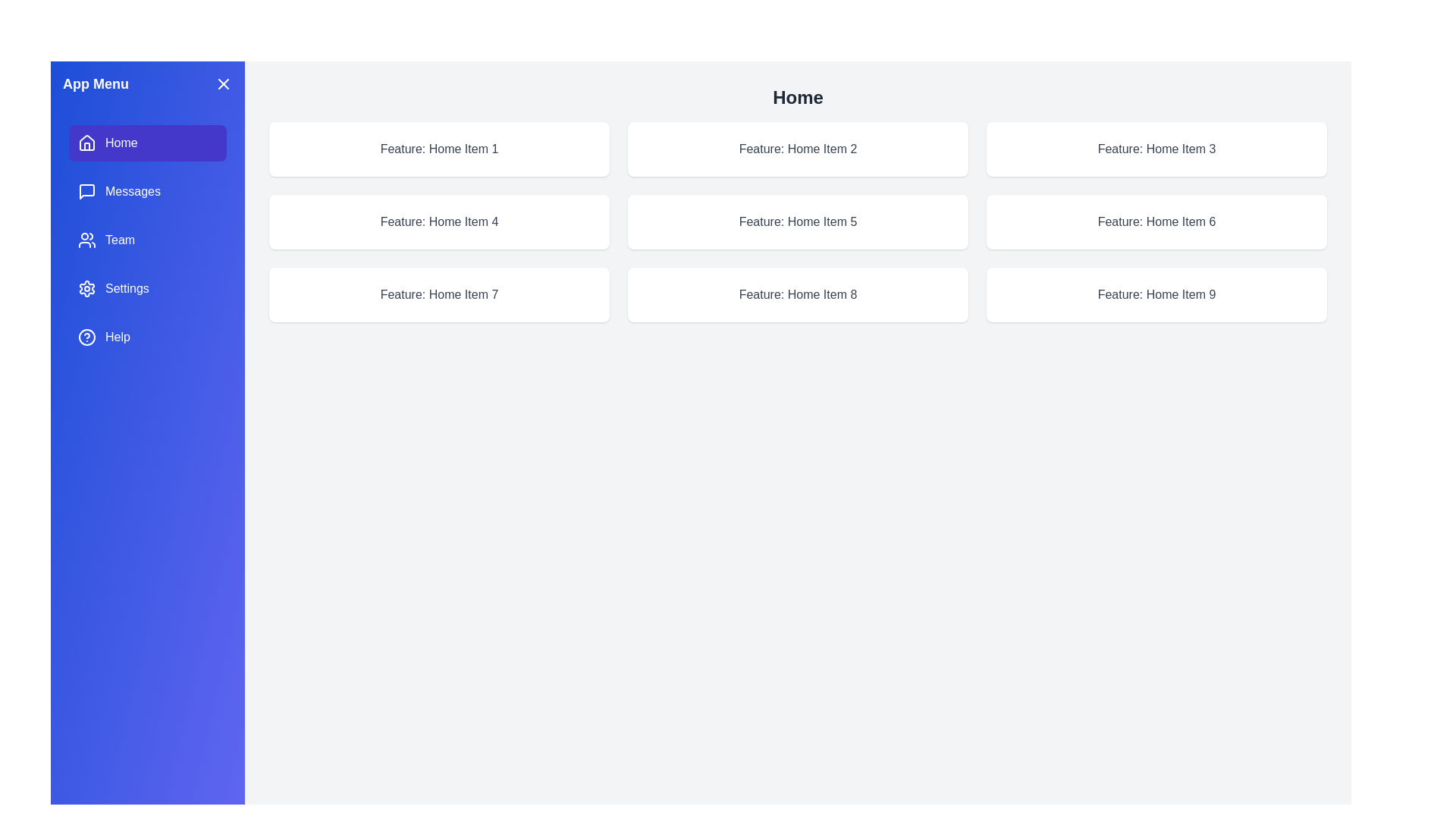  Describe the element at coordinates (148, 289) in the screenshot. I see `the feature Settings from the menu` at that location.